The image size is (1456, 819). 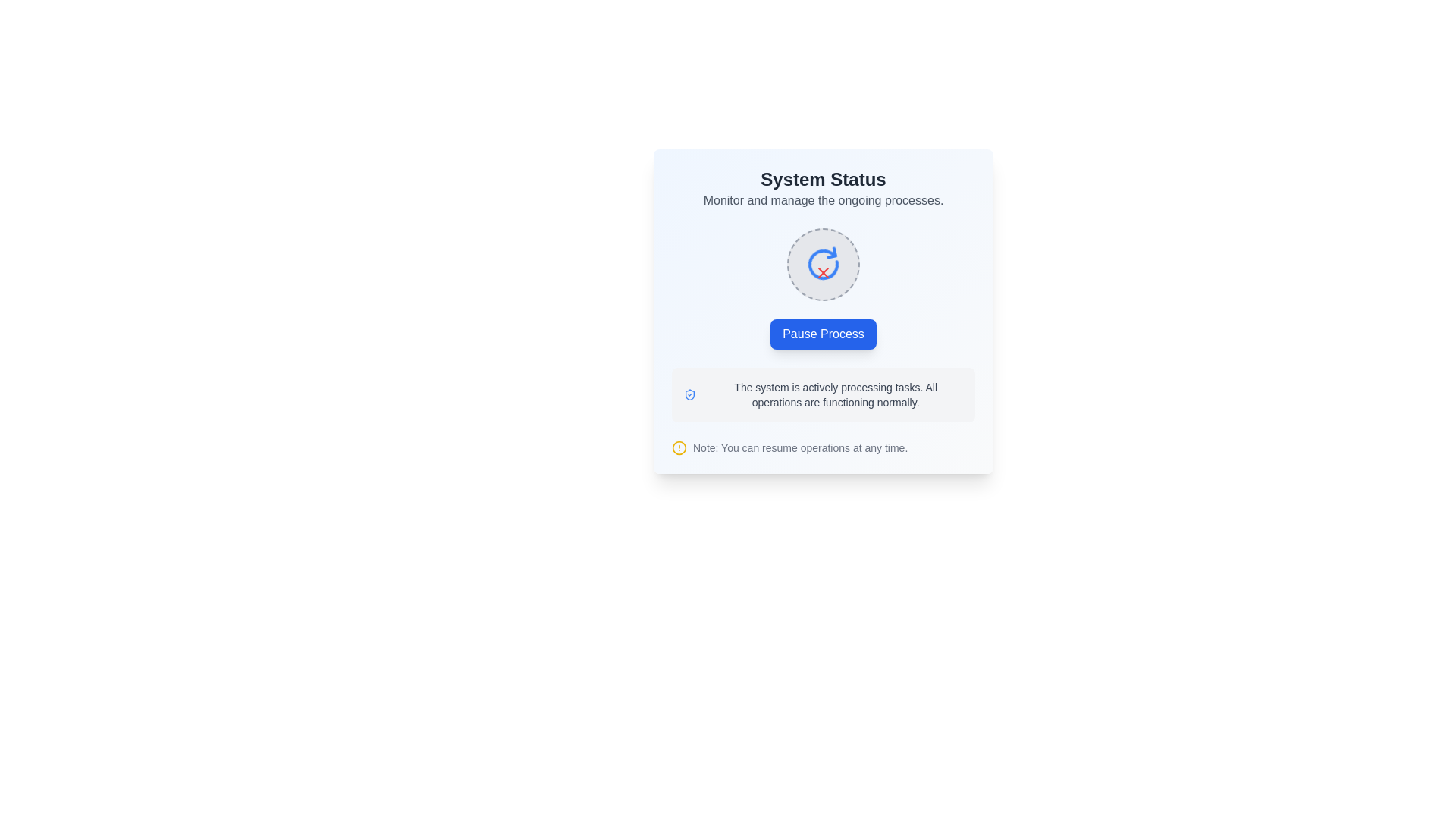 What do you see at coordinates (822, 311) in the screenshot?
I see `the 'Pause Process' button located within the primary status dashboard panel, which is visually dominant and surrounded by smaller elements` at bounding box center [822, 311].